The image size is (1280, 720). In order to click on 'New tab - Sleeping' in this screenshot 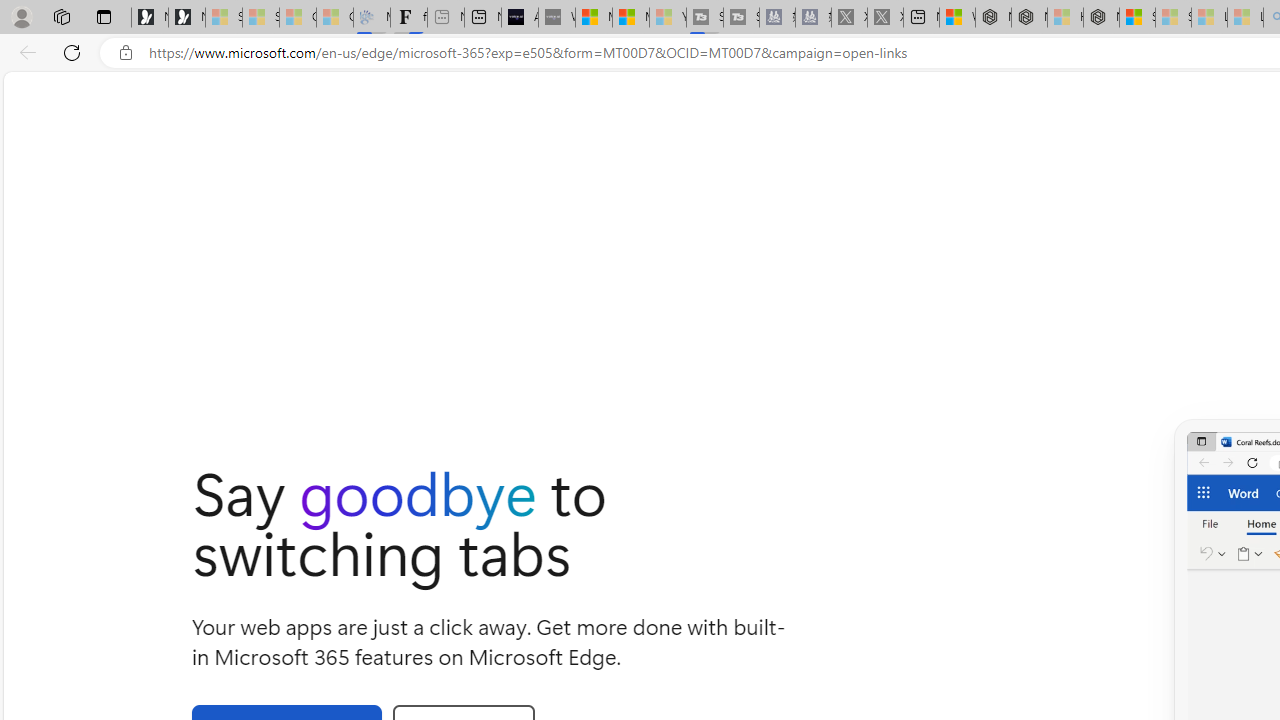, I will do `click(445, 17)`.